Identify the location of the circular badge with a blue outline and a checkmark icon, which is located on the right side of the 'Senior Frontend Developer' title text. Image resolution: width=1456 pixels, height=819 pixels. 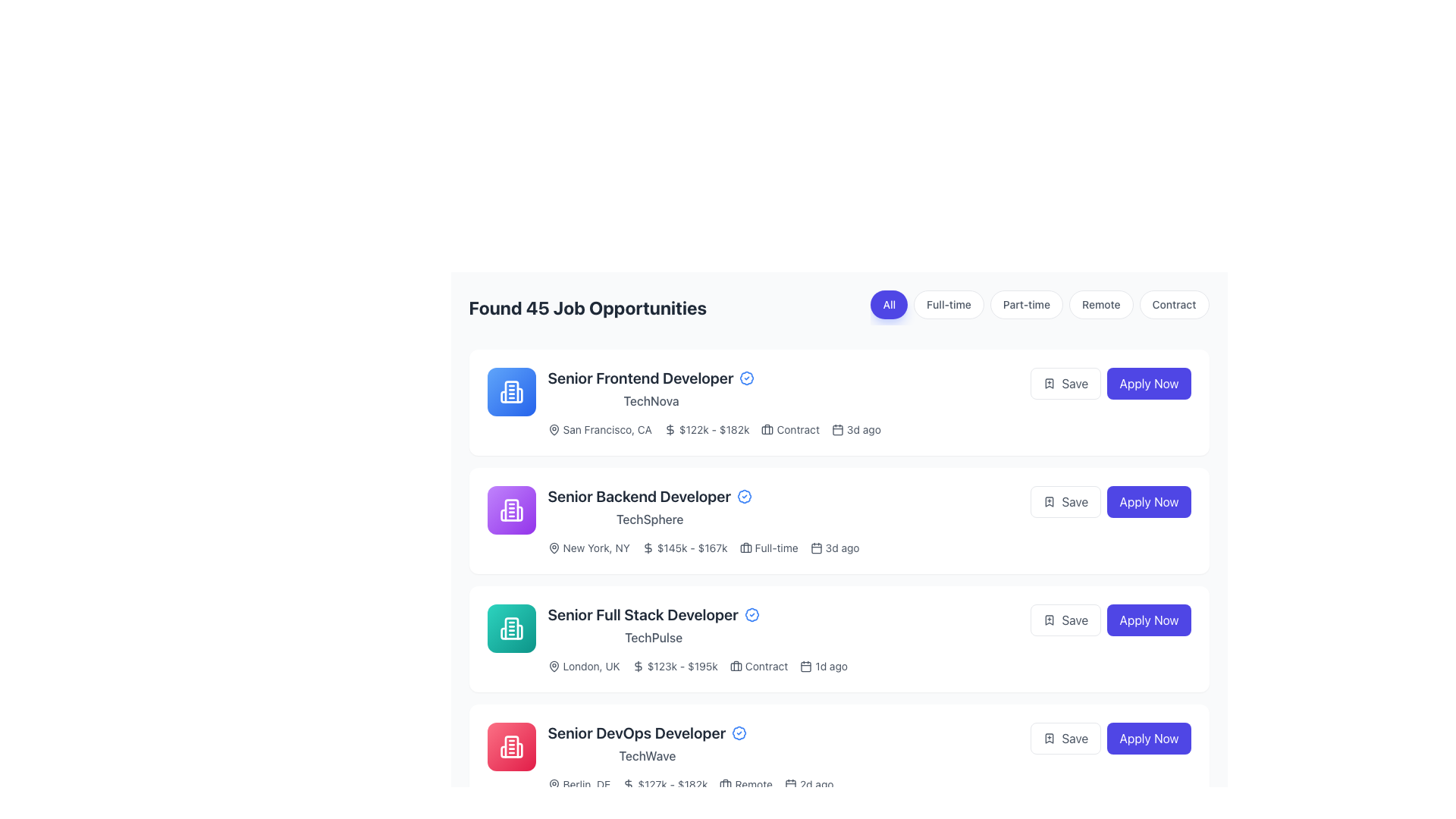
(747, 377).